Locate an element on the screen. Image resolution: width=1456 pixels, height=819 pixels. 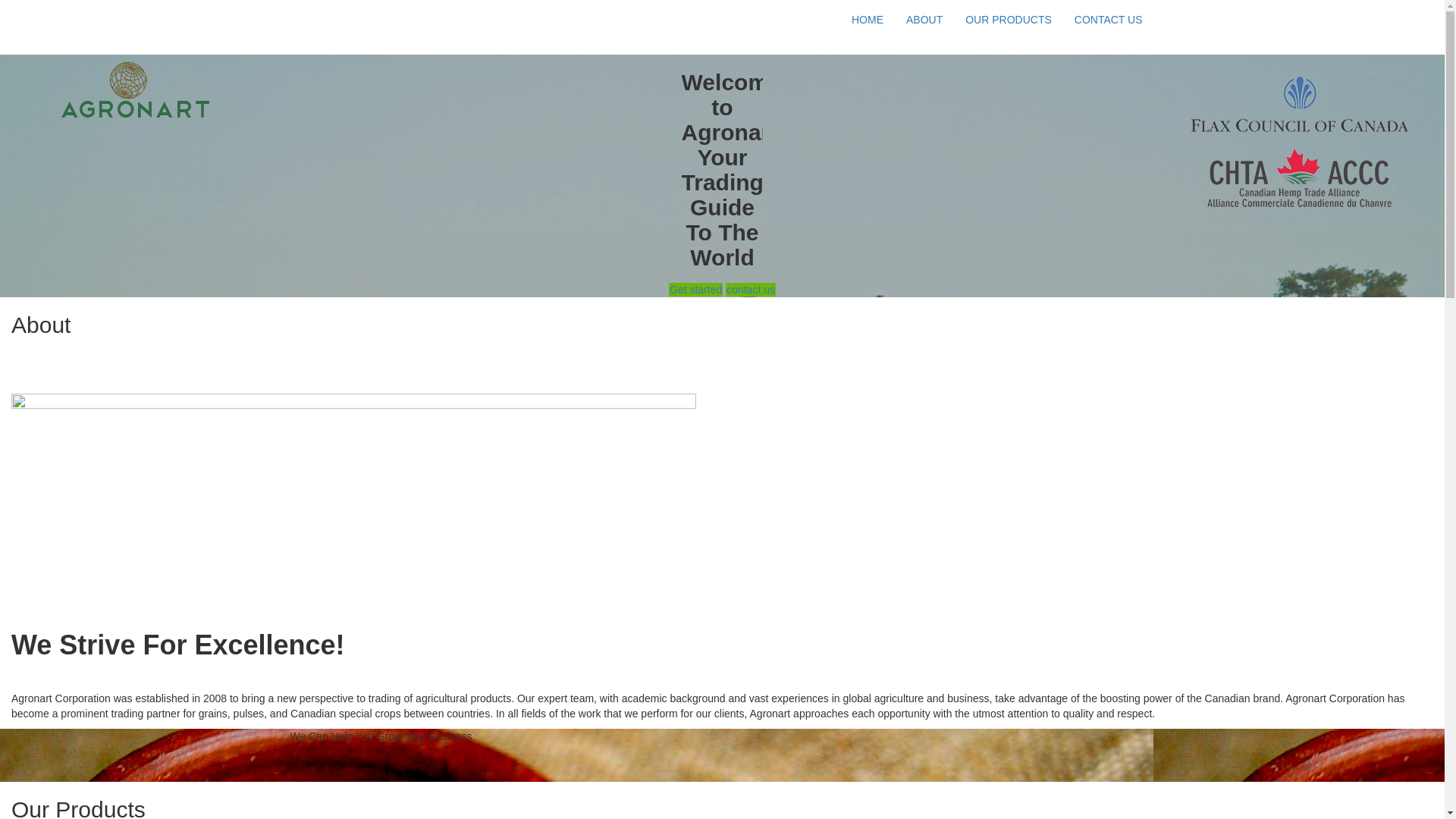
'ABOUT' is located at coordinates (924, 20).